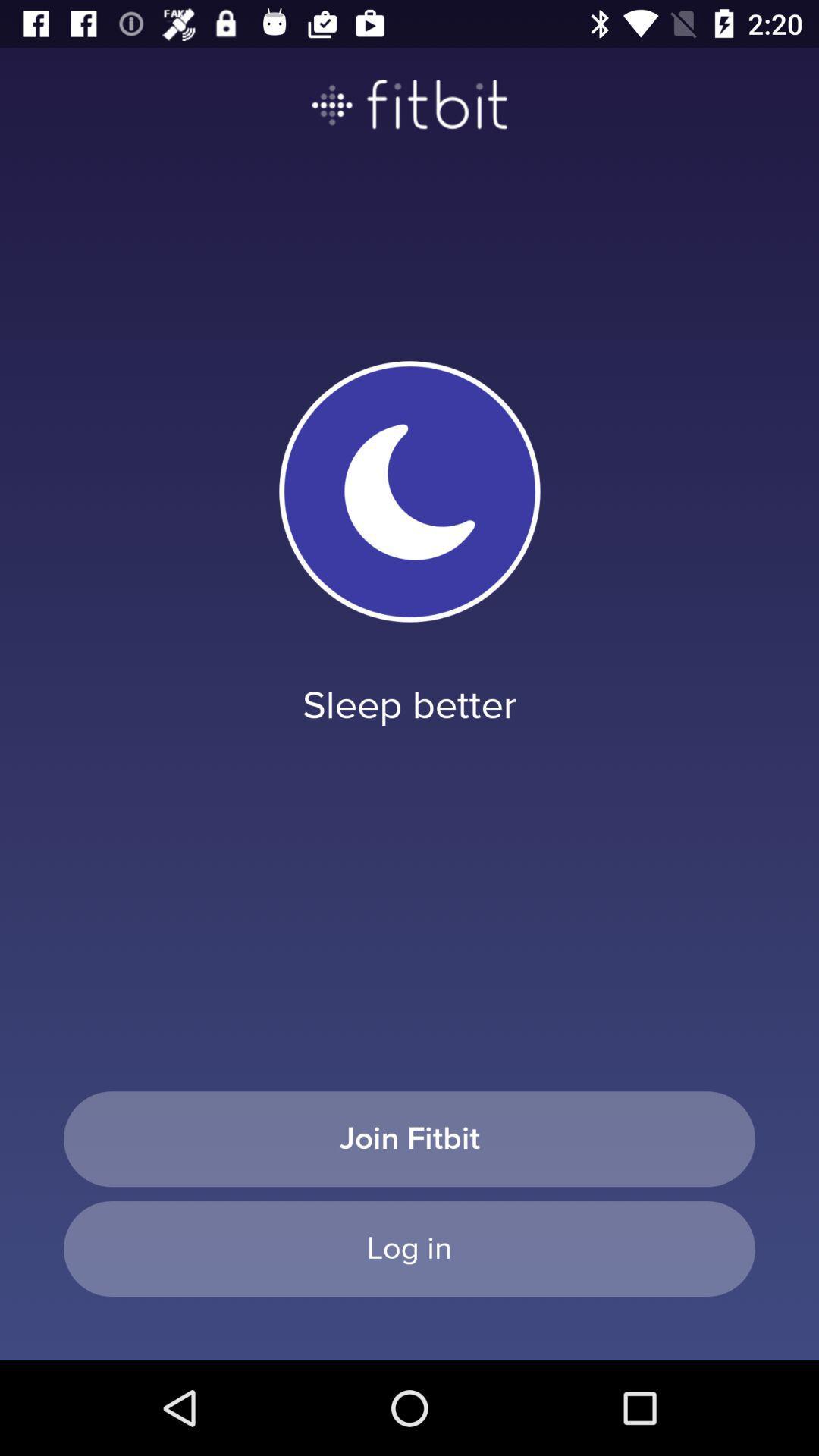 This screenshot has height=1456, width=819. What do you see at coordinates (409, 1248) in the screenshot?
I see `the icon below the join fitbit` at bounding box center [409, 1248].